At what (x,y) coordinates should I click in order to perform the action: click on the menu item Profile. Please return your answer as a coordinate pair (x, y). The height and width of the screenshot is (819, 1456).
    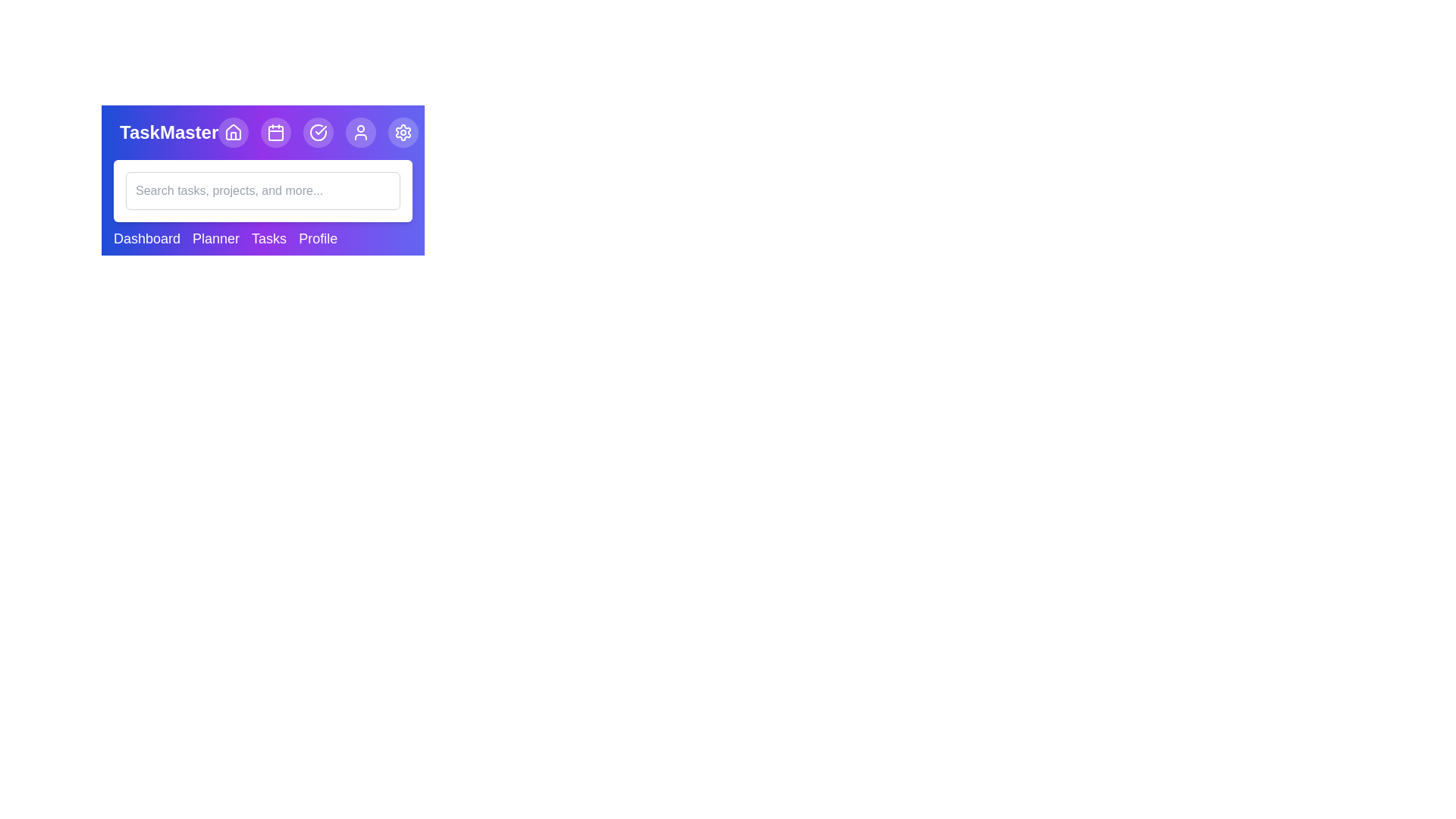
    Looking at the image, I should click on (316, 239).